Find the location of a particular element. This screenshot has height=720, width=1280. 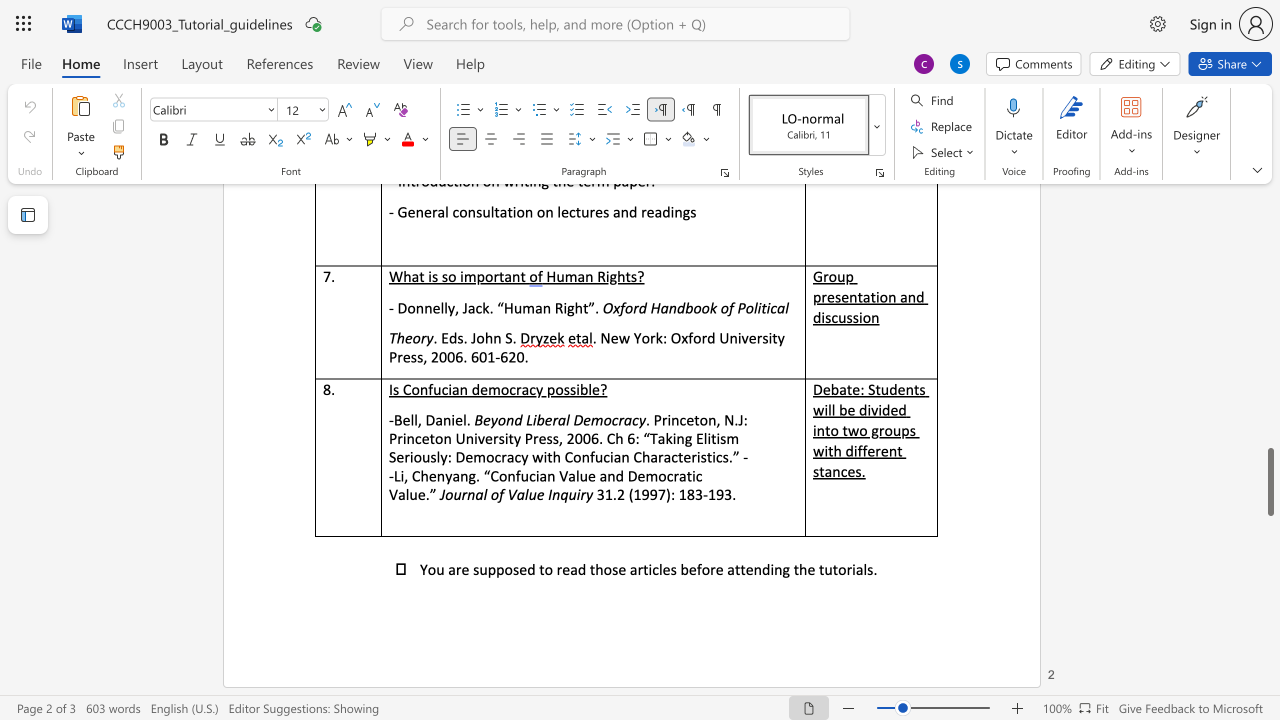

the right-hand scrollbar to ascend the page is located at coordinates (1269, 210).